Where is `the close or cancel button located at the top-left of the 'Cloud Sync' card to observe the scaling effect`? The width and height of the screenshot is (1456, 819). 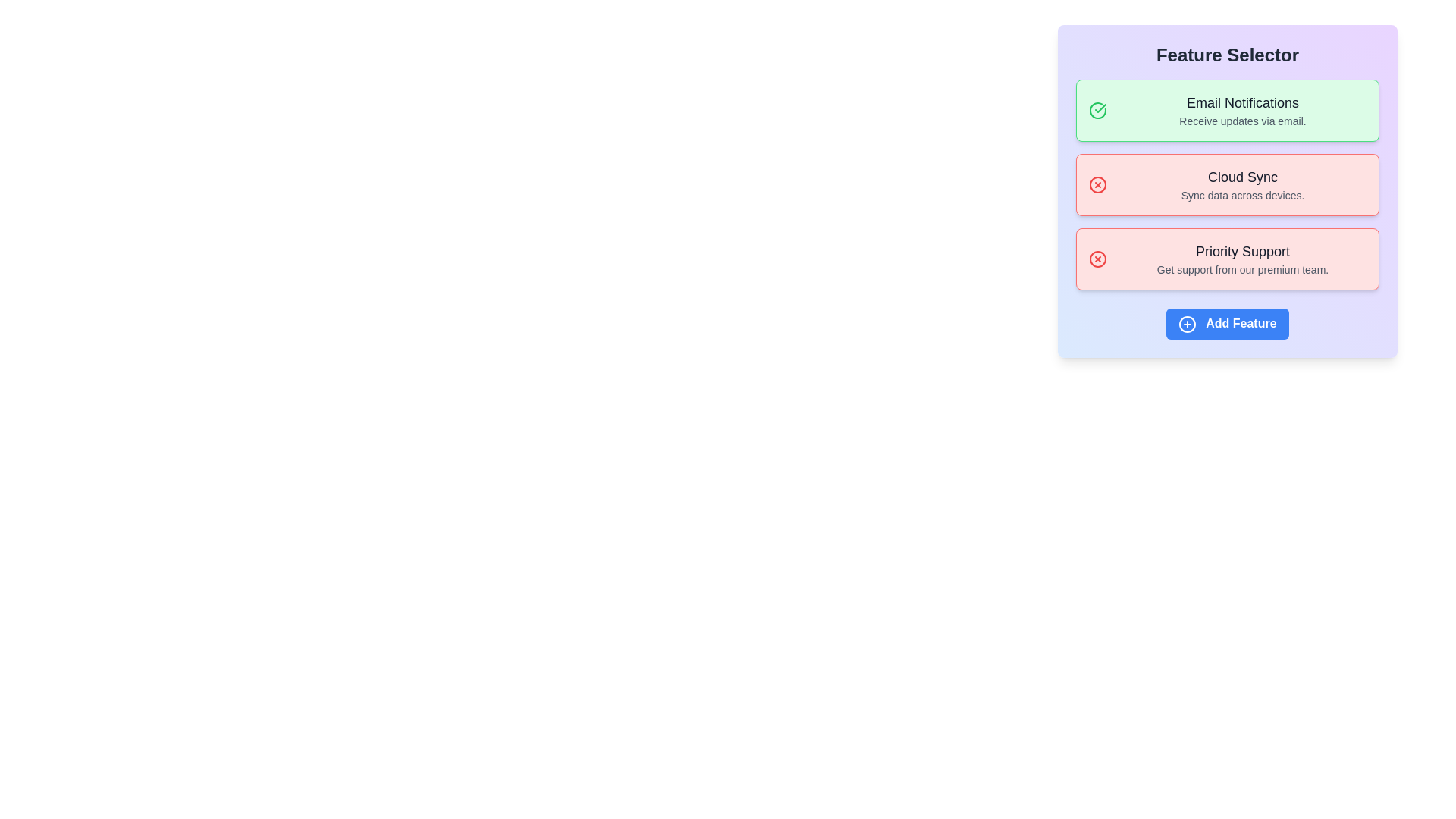
the close or cancel button located at the top-left of the 'Cloud Sync' card to observe the scaling effect is located at coordinates (1098, 184).